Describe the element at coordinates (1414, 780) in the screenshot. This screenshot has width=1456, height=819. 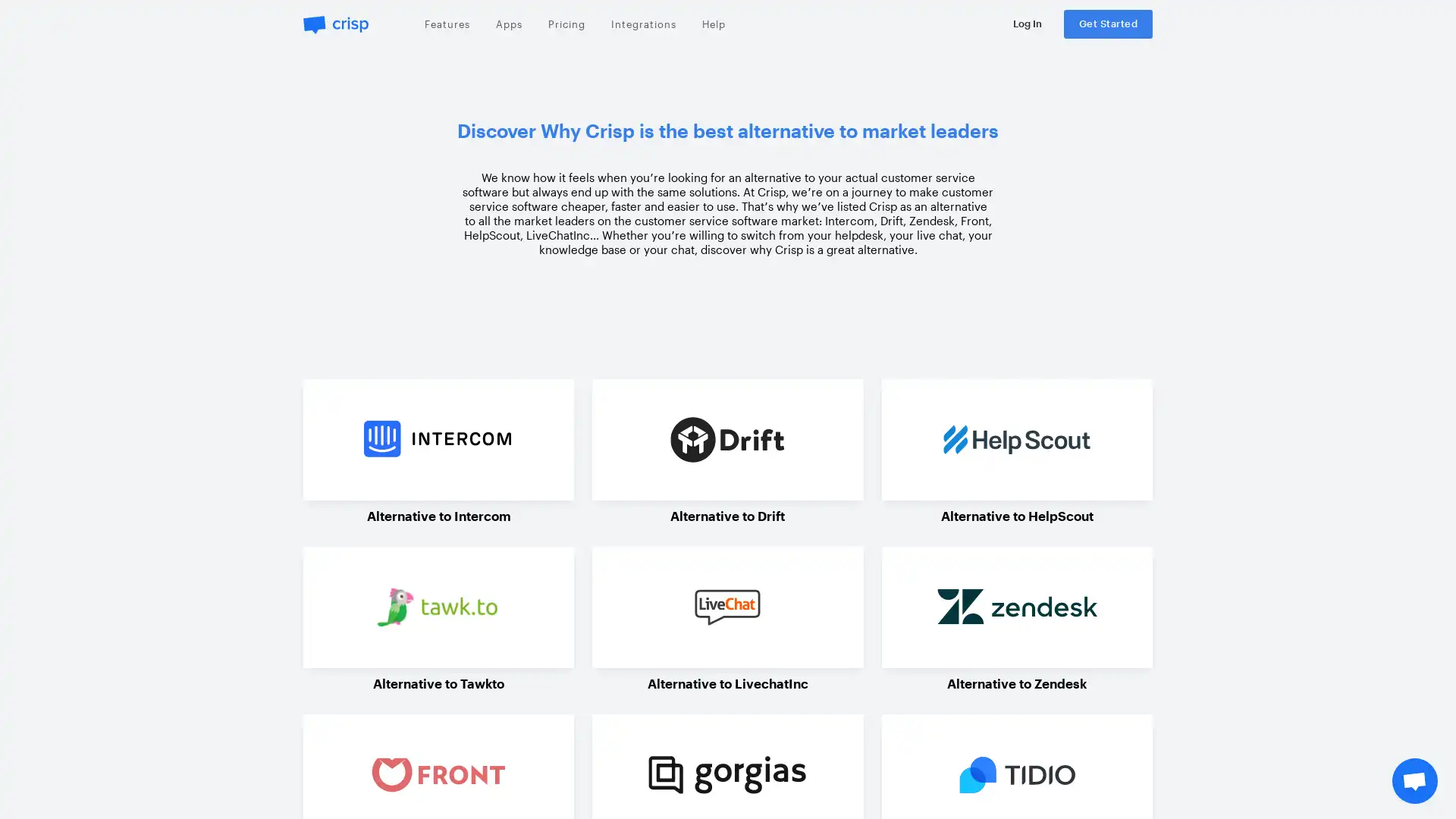
I see `Questions? Chat with us! Support is online. Chat with Crisp Team` at that location.